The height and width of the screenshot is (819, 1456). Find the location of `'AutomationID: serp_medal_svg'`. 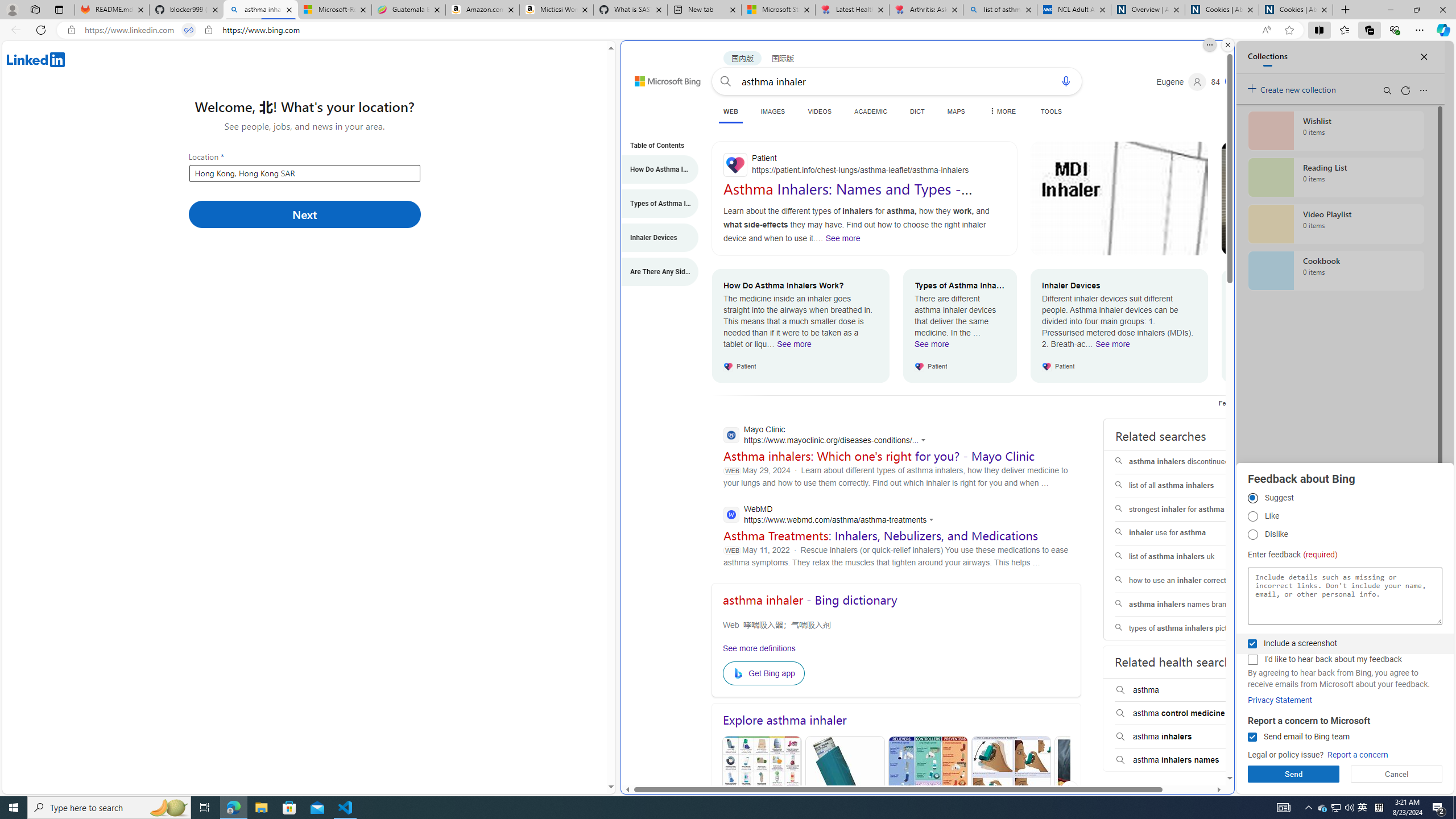

'AutomationID: serp_medal_svg' is located at coordinates (1233, 80).